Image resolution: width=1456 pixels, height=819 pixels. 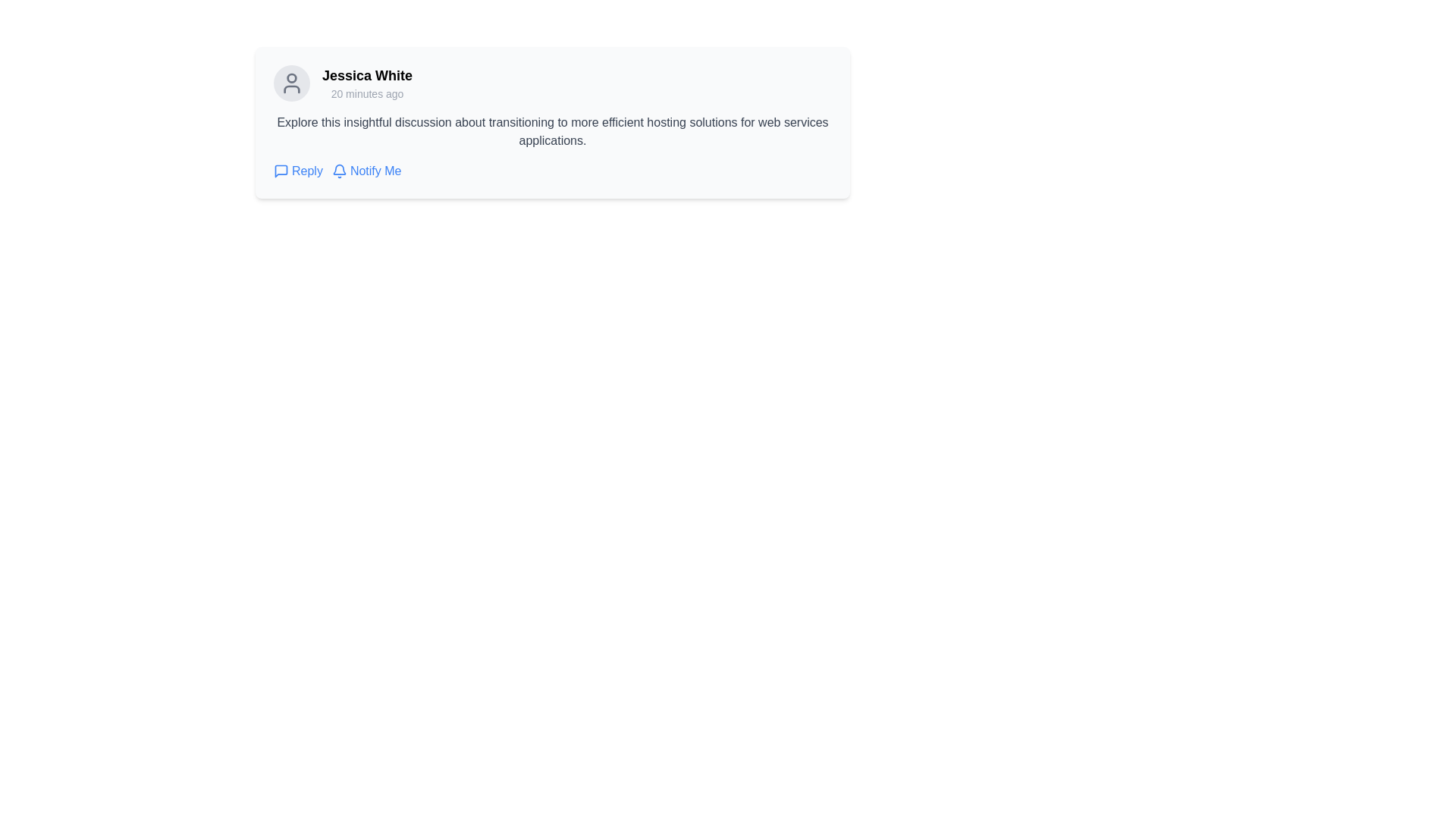 I want to click on the reply button (styled as a hyperlink with an icon), so click(x=298, y=171).